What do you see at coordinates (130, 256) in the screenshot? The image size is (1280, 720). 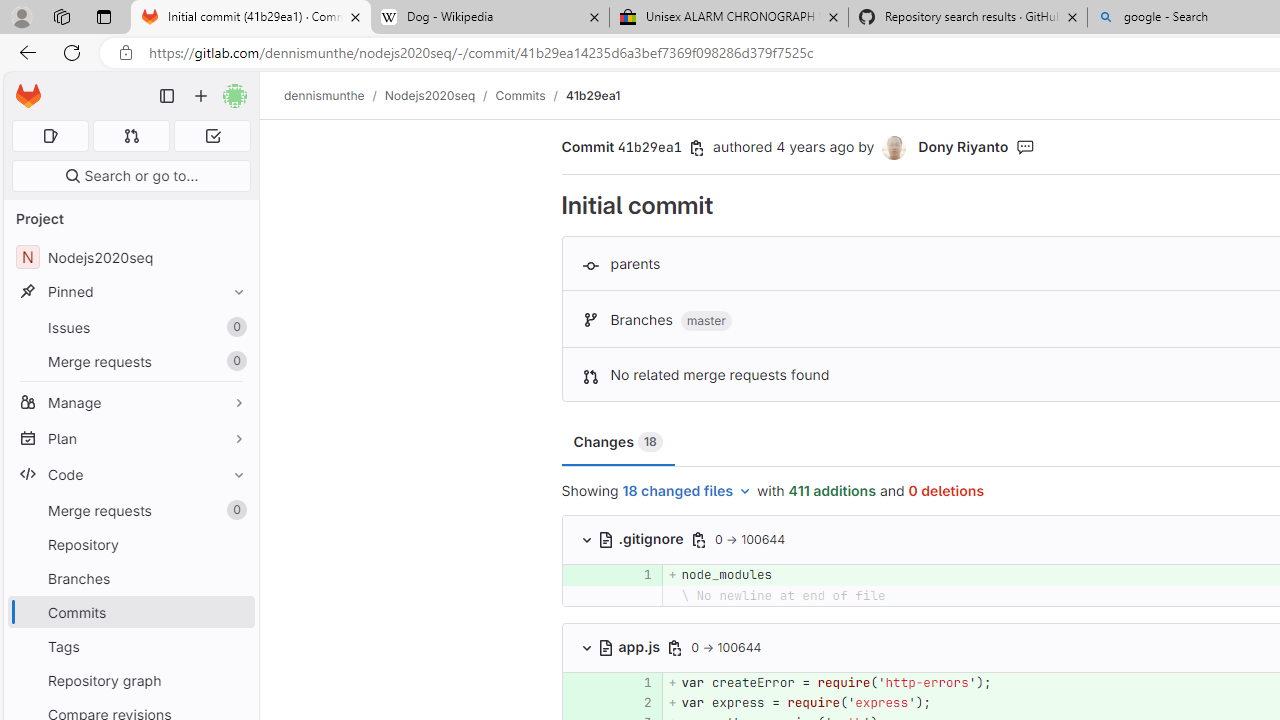 I see `'N Nodejs2020seq'` at bounding box center [130, 256].